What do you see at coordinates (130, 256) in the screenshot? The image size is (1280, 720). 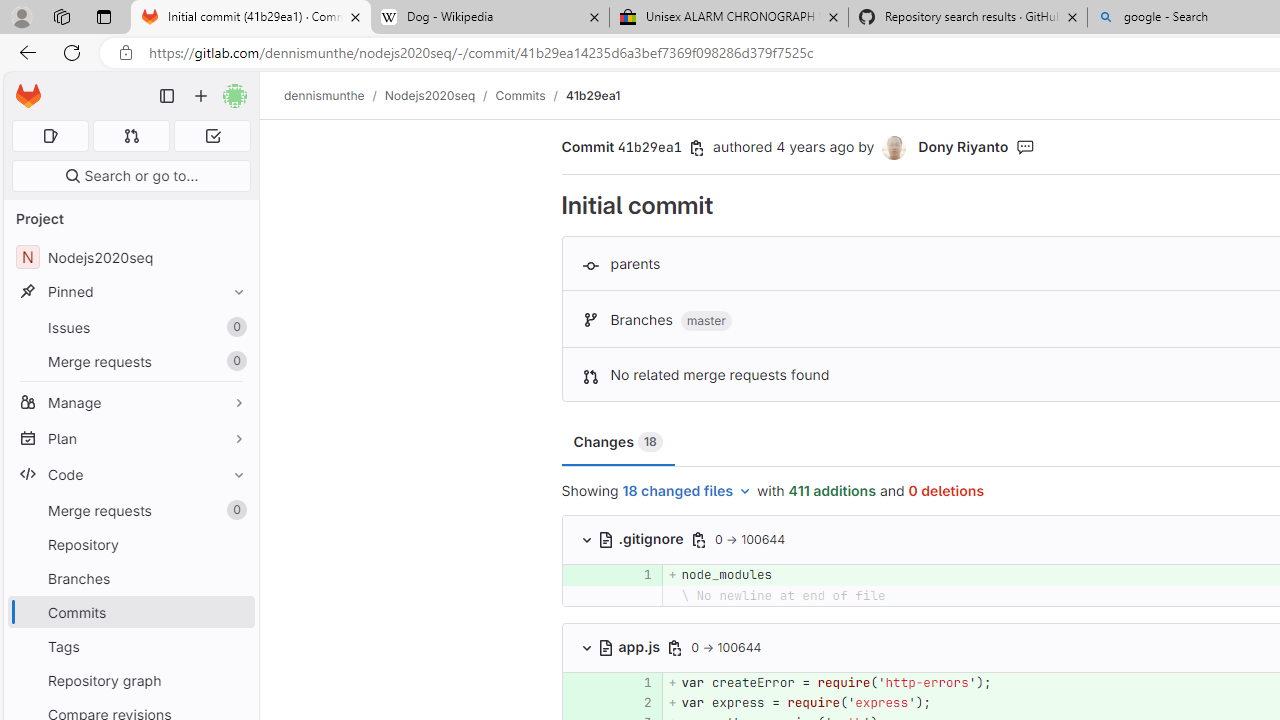 I see `'N Nodejs2020seq'` at bounding box center [130, 256].